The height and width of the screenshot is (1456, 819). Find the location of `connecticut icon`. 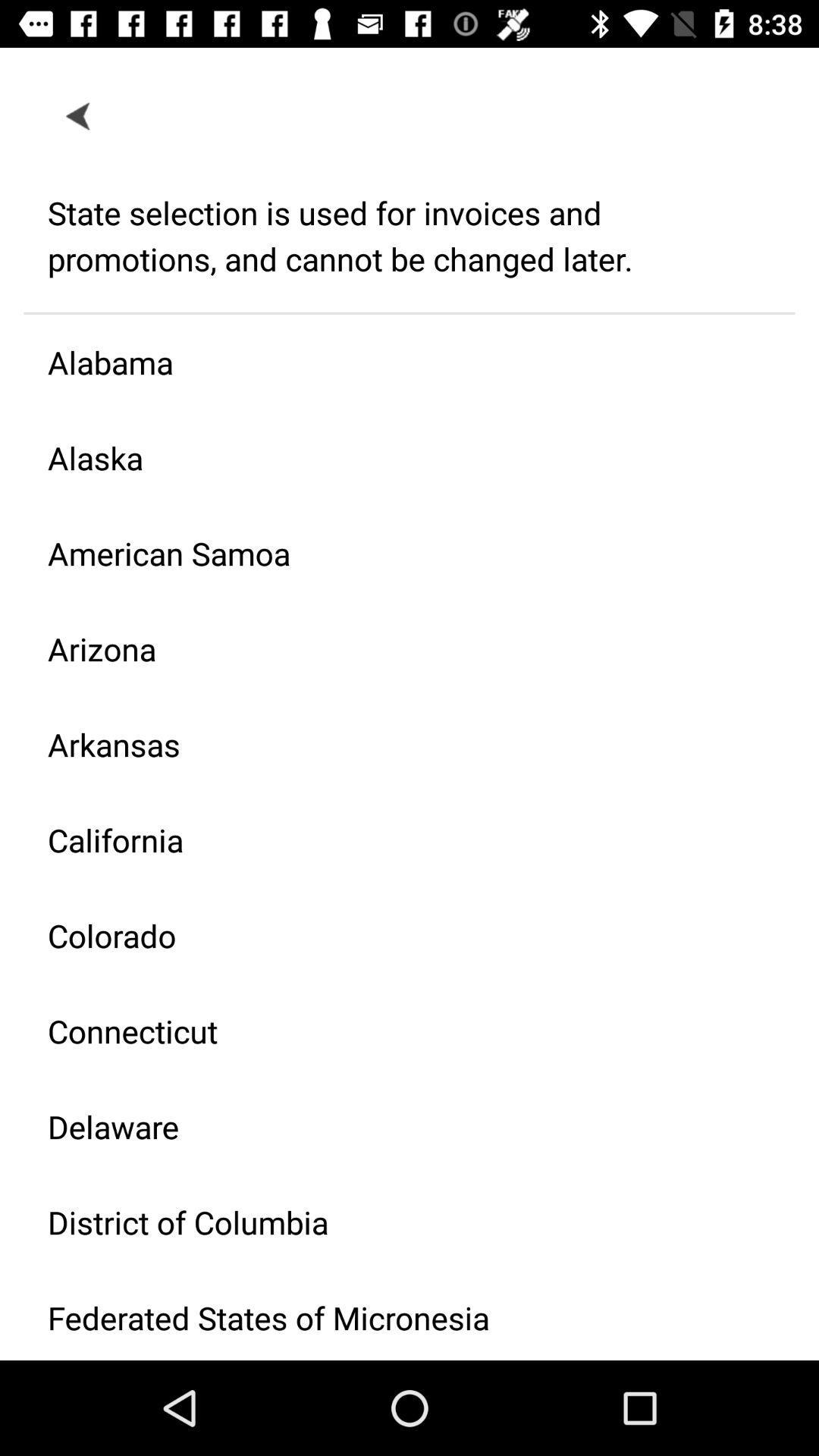

connecticut icon is located at coordinates (397, 1031).